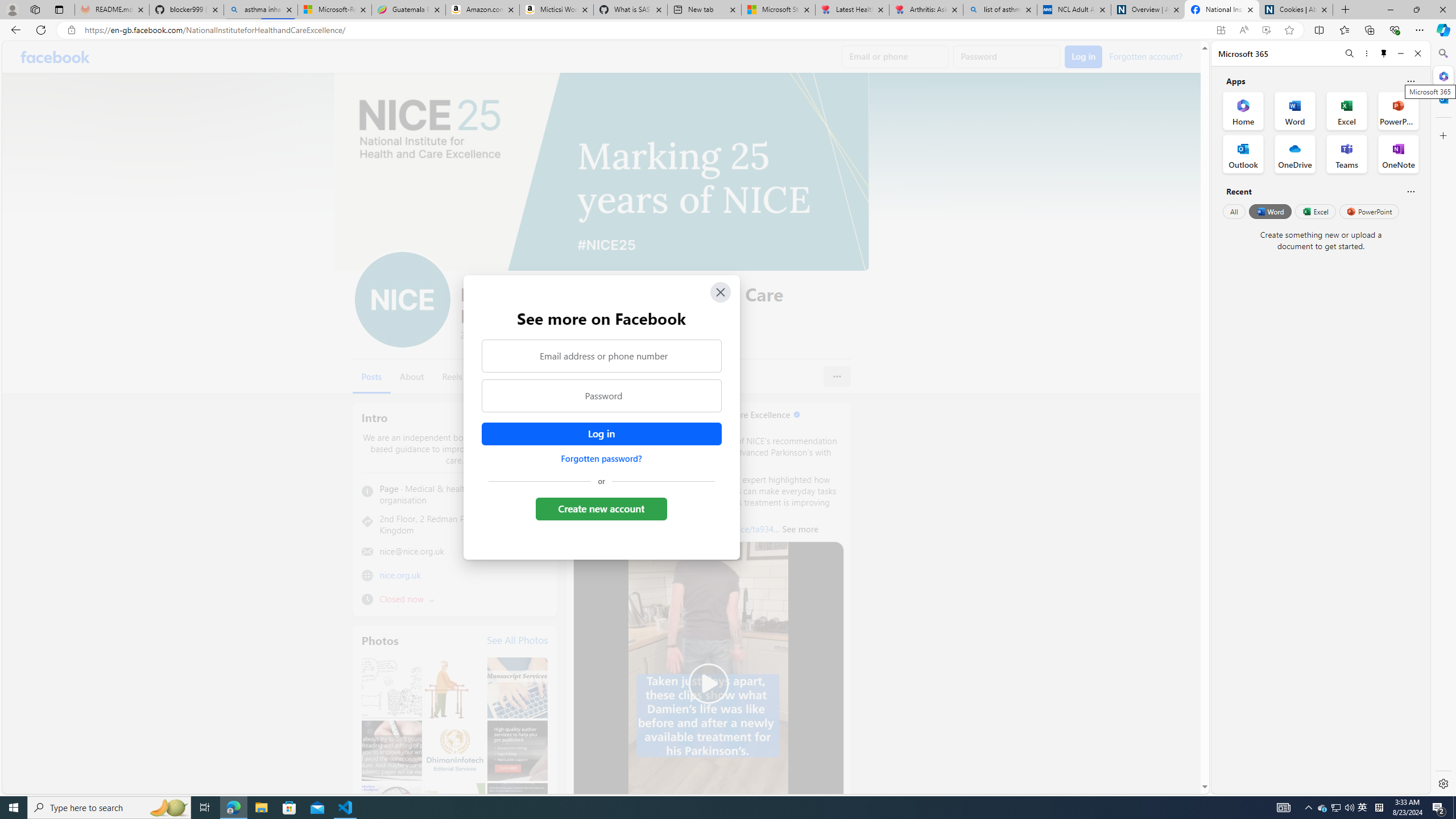 The width and height of the screenshot is (1456, 819). I want to click on 'OneNote Office App', so click(1398, 154).